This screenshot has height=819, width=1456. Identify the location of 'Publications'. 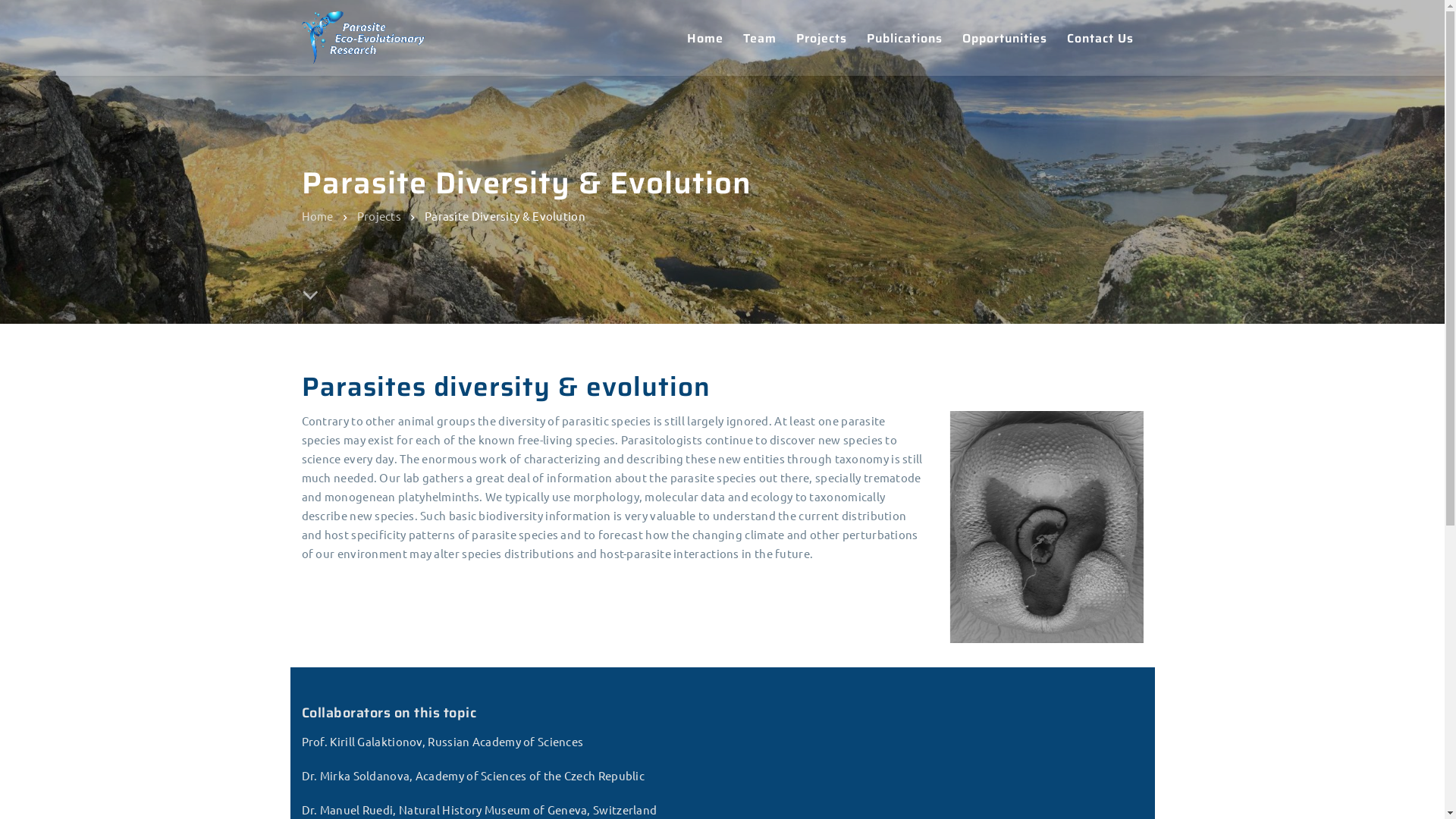
(636, 652).